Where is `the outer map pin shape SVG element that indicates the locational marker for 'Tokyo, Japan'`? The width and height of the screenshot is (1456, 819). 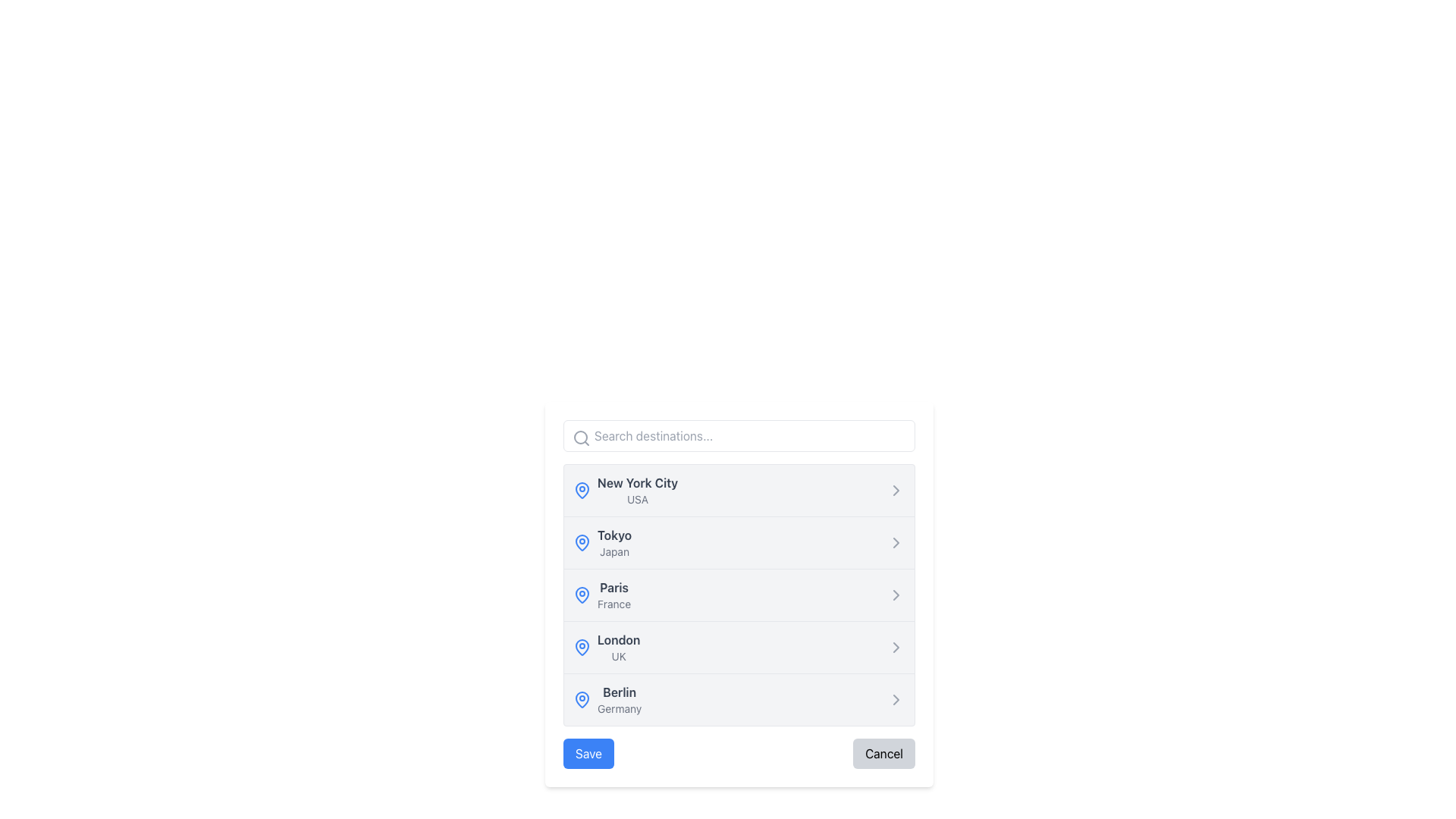
the outer map pin shape SVG element that indicates the locational marker for 'Tokyo, Japan' is located at coordinates (582, 541).